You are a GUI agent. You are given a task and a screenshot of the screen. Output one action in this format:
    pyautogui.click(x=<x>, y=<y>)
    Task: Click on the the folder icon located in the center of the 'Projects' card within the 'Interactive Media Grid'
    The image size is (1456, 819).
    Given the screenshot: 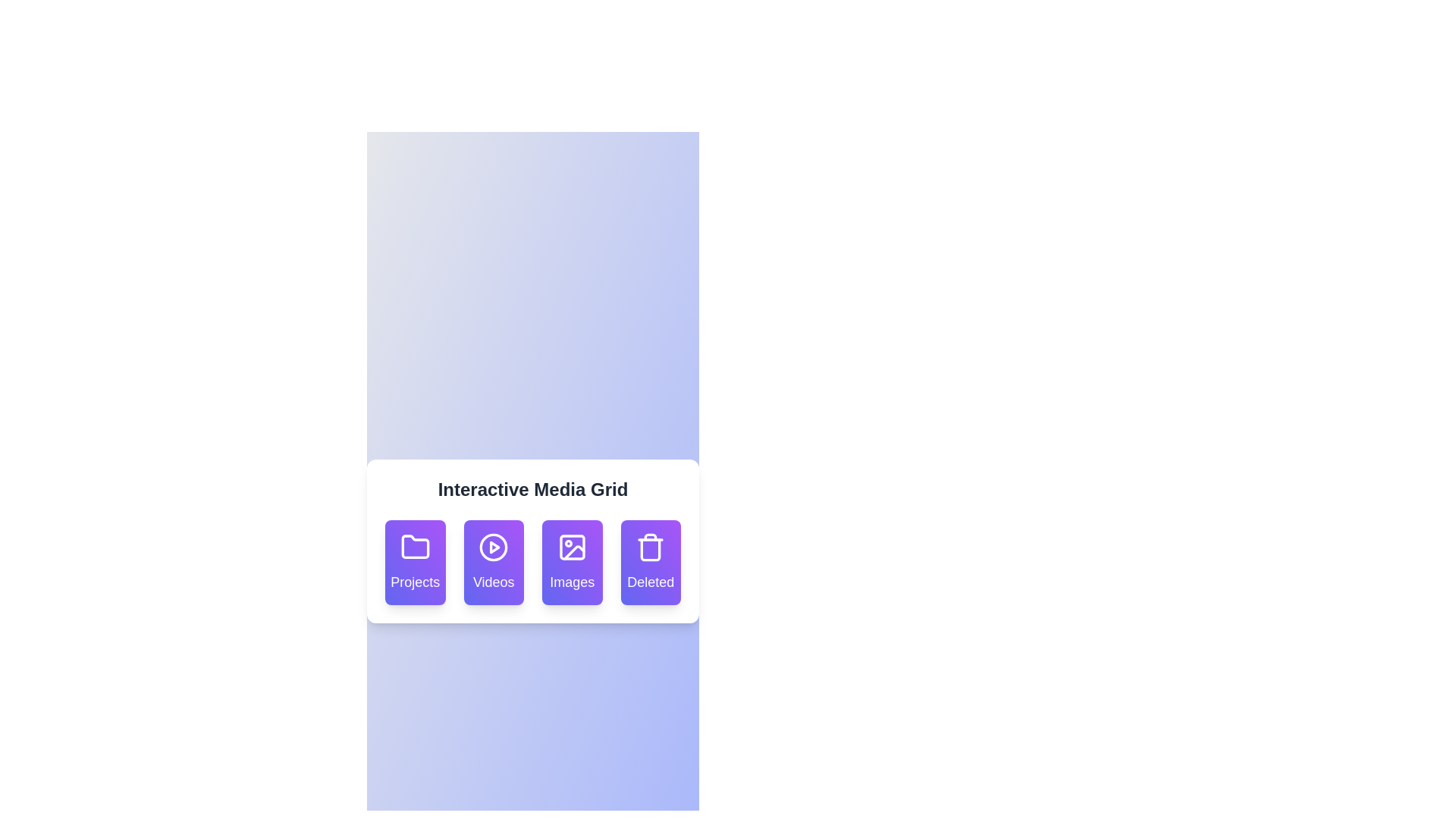 What is the action you would take?
    pyautogui.click(x=415, y=547)
    